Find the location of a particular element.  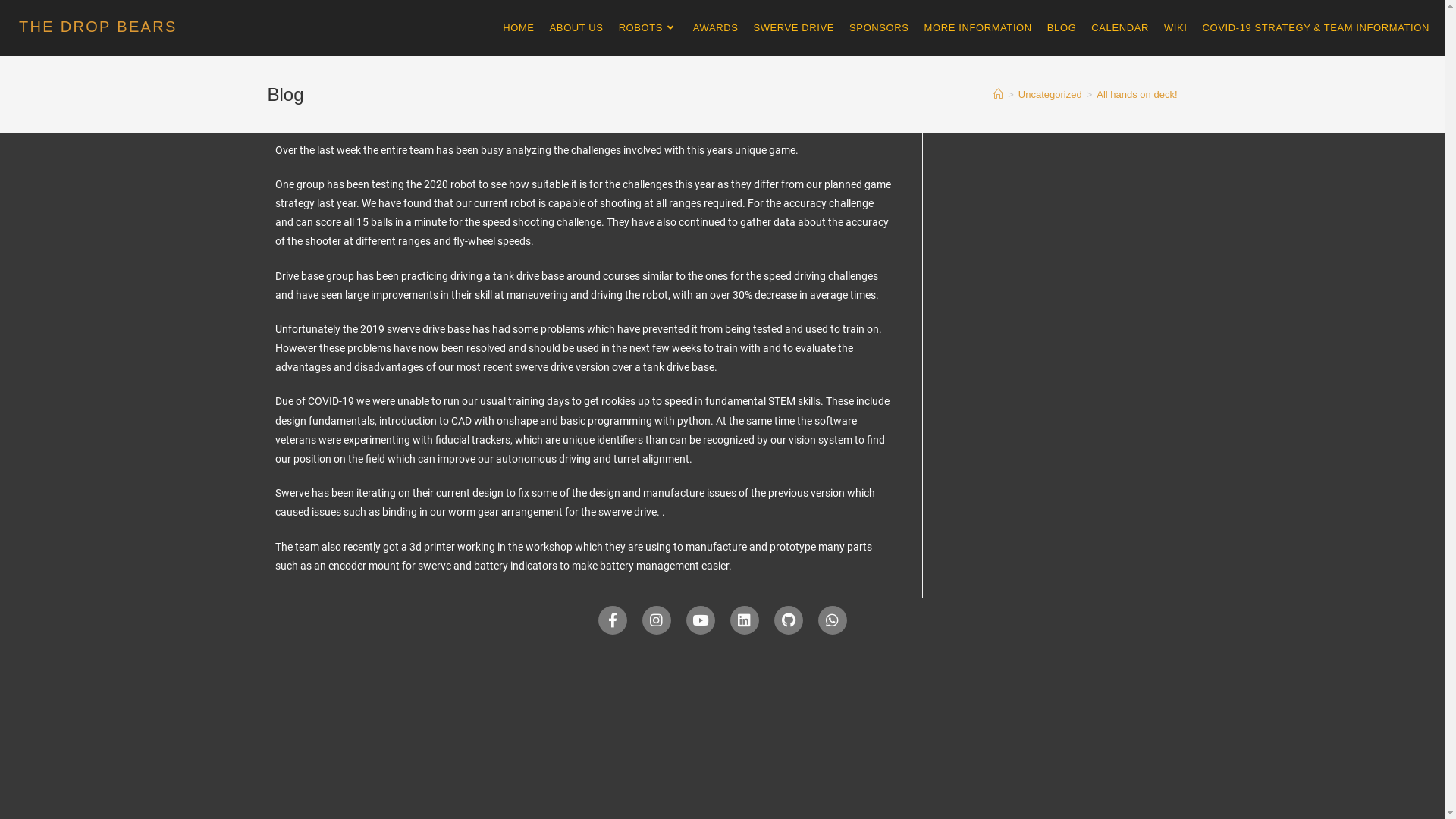

'ABOUT US' is located at coordinates (542, 28).